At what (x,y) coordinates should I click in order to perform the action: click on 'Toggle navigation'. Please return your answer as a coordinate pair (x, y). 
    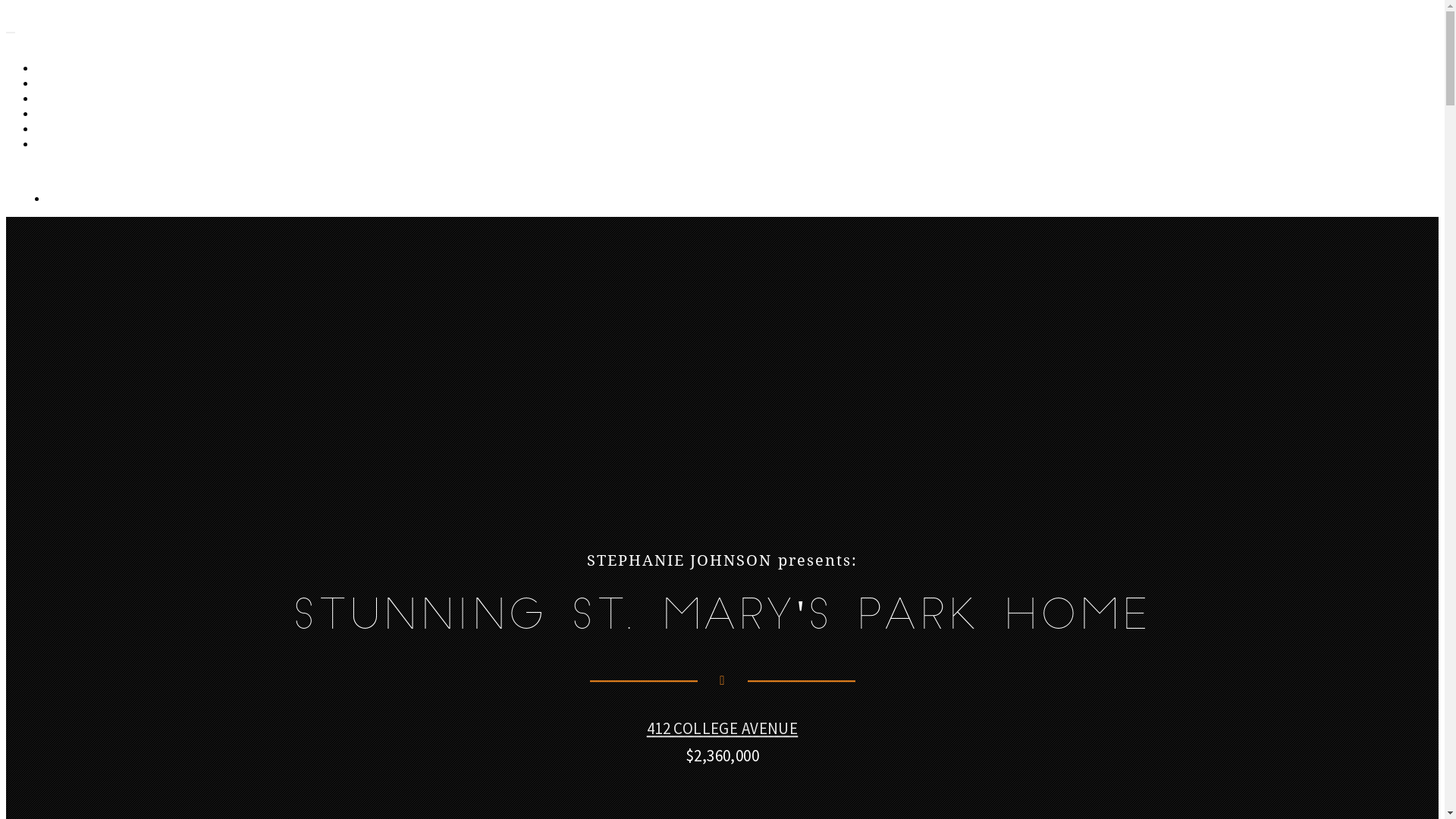
    Looking at the image, I should click on (11, 32).